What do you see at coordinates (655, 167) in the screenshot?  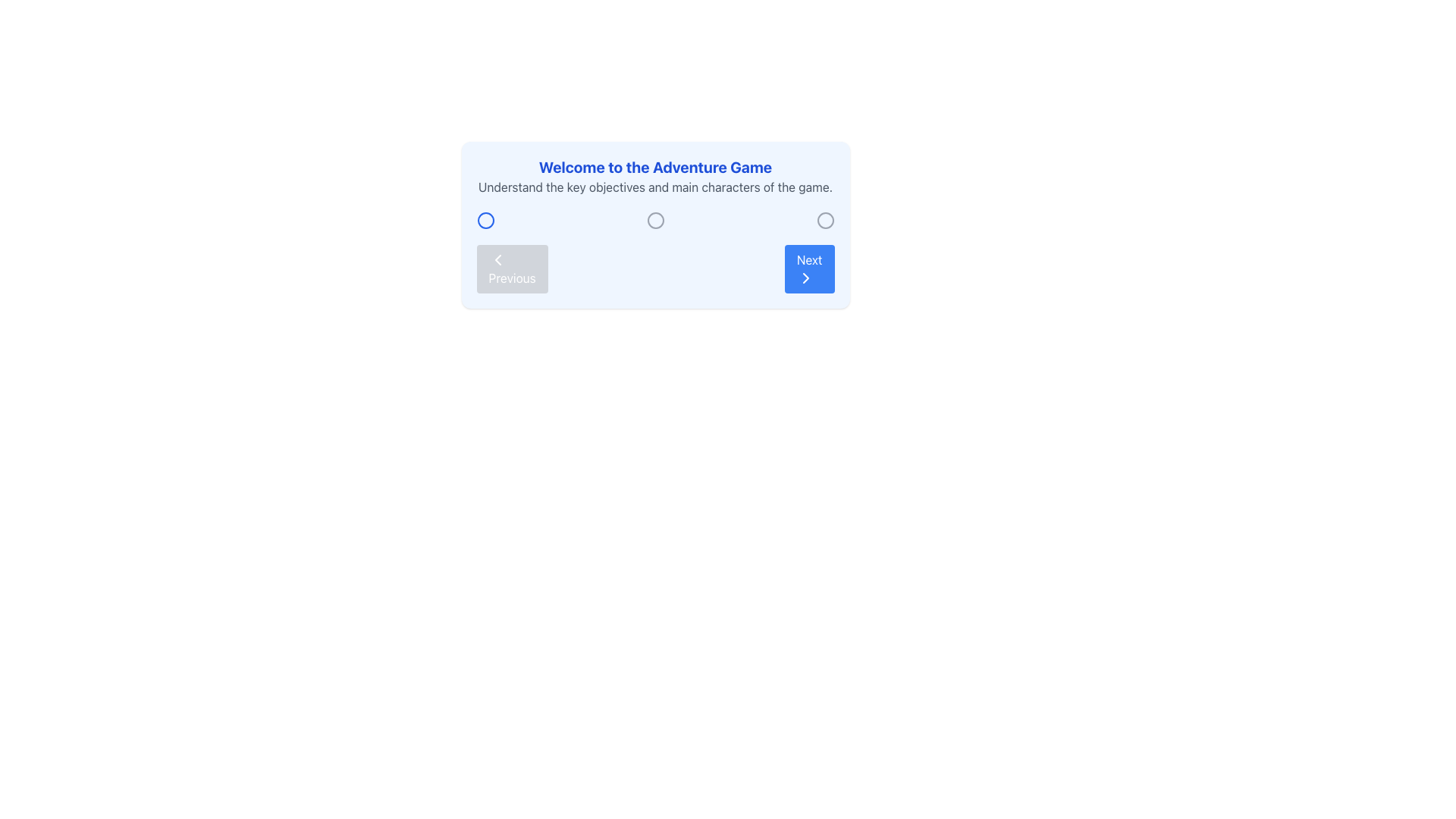 I see `the Text (Heading) that introduces the user to the 'Adventure Game' content, located at the top of the section and above the summary text` at bounding box center [655, 167].